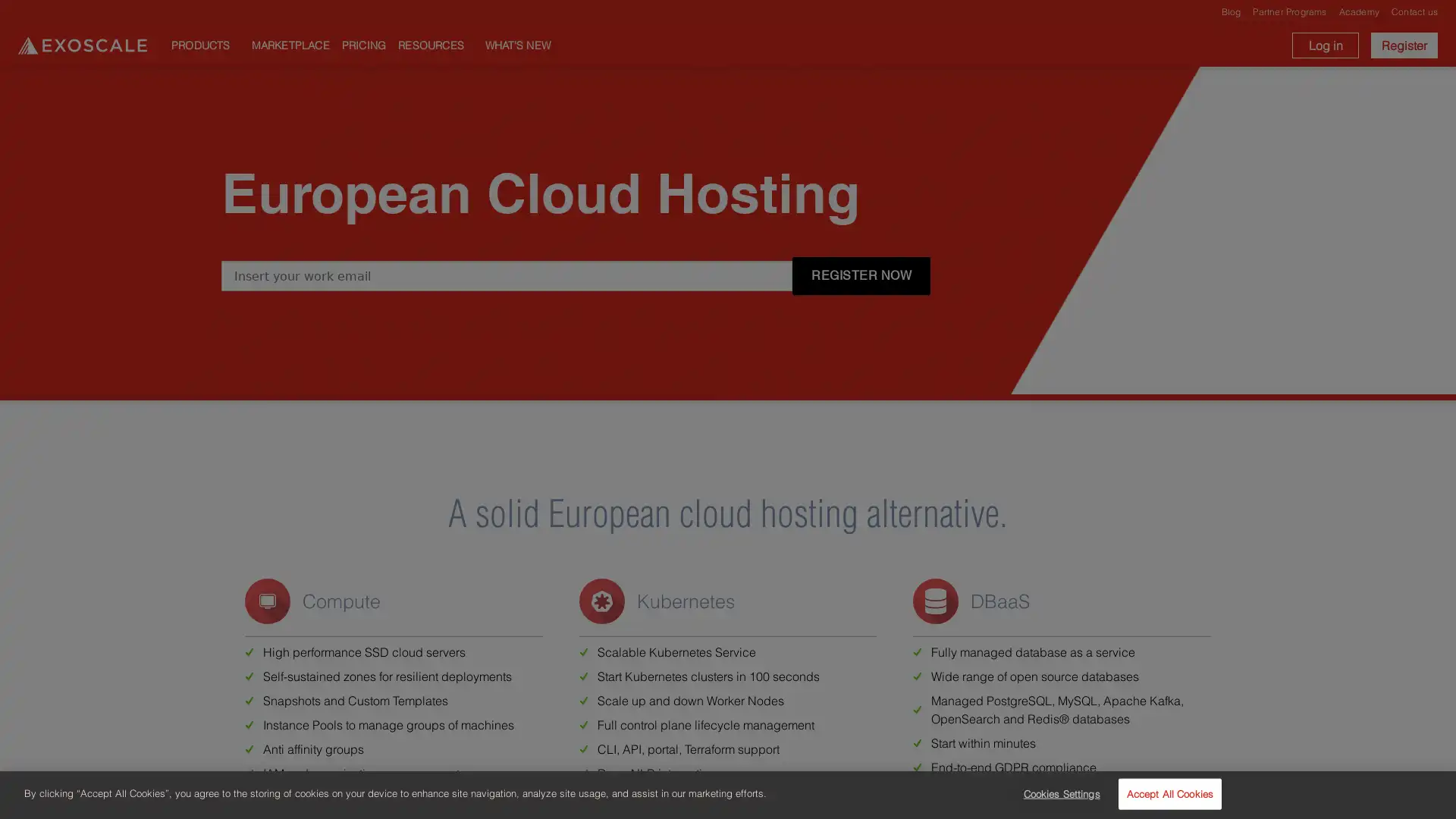  Describe the element at coordinates (861, 275) in the screenshot. I see `REGISTER NOW` at that location.